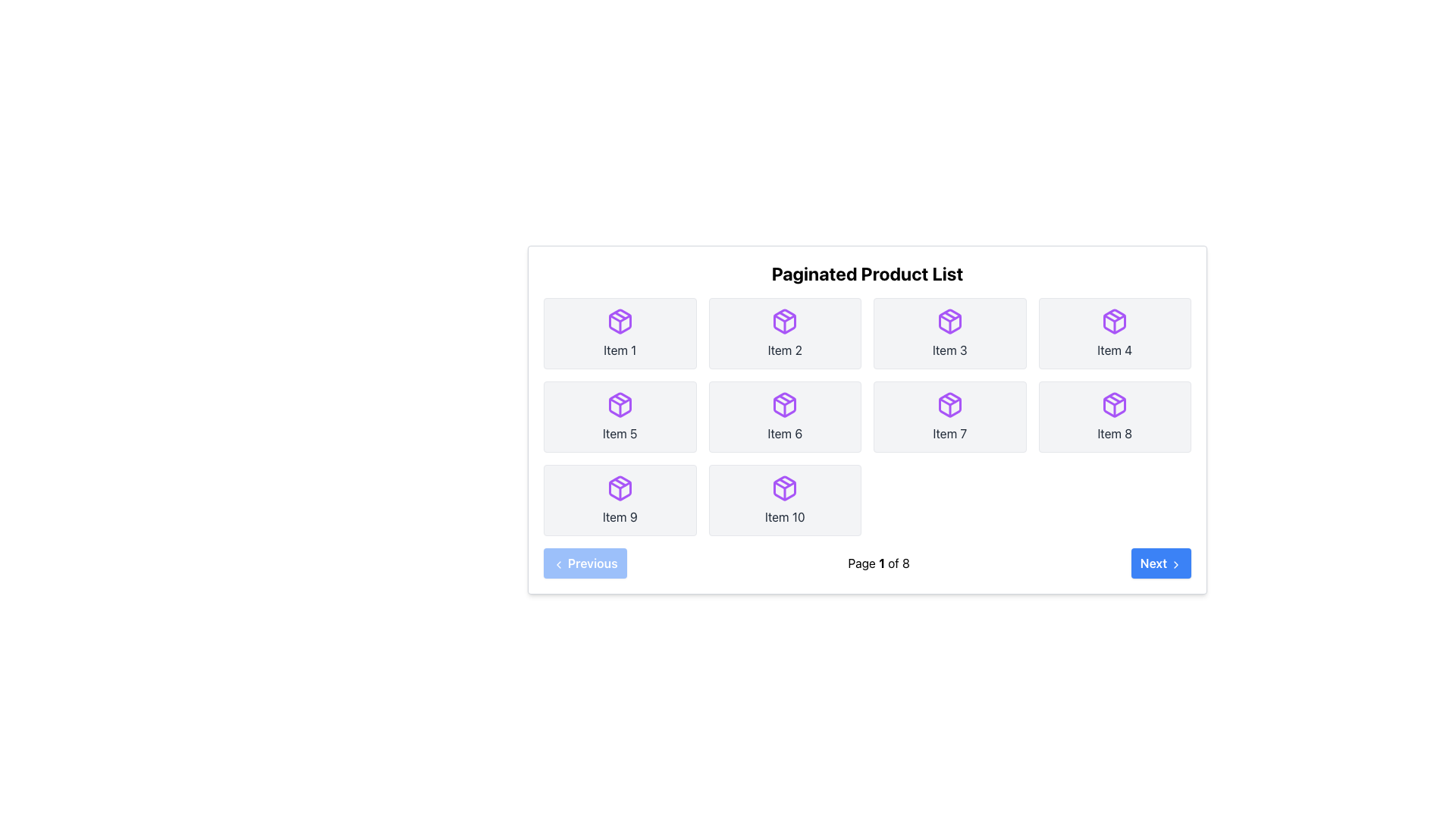 This screenshot has height=819, width=1456. I want to click on the purple, box-like 3D package icon located in the second row and first column of the grid under the label 'Item 5', so click(620, 403).